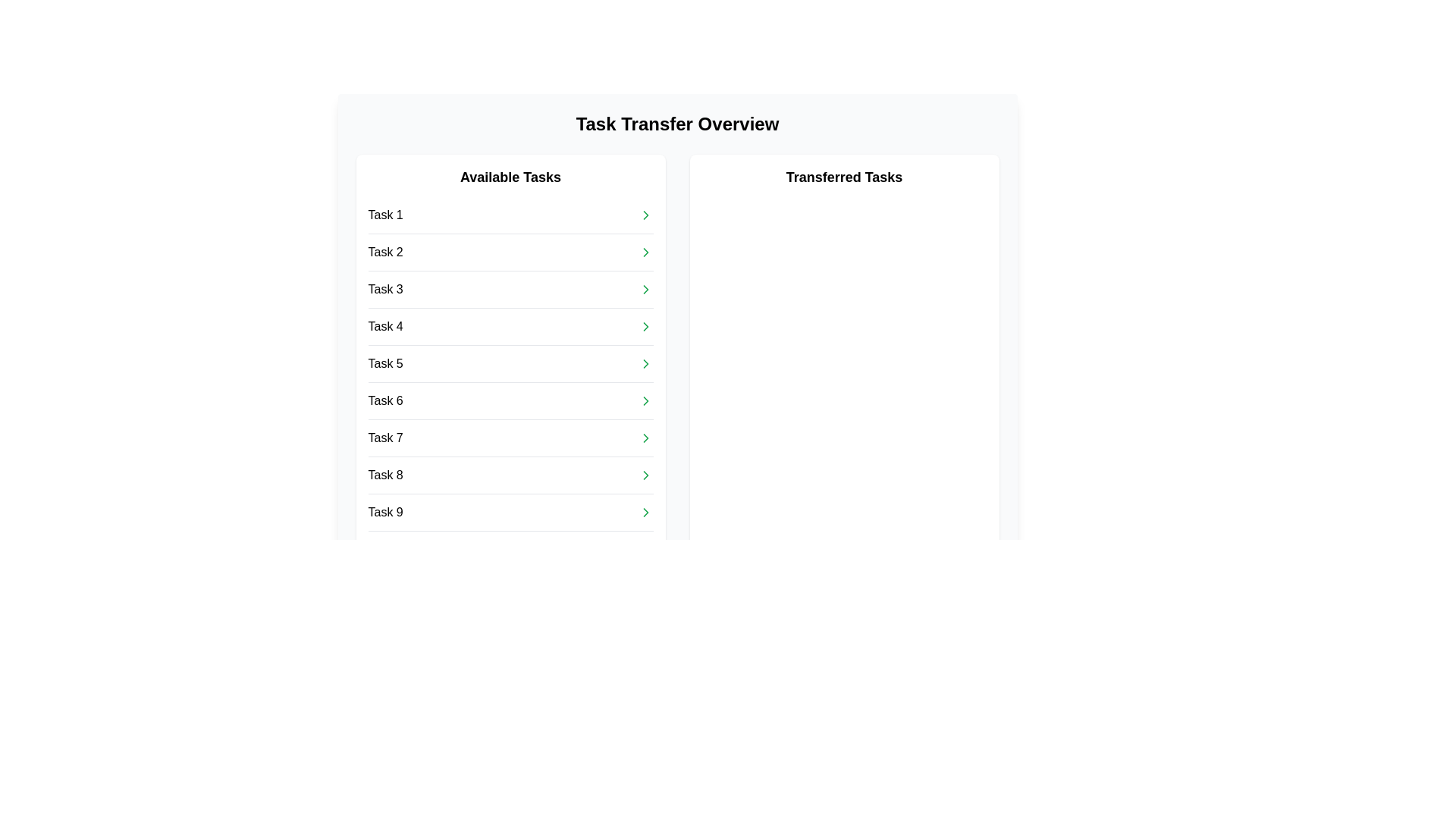  Describe the element at coordinates (510, 252) in the screenshot. I see `the list item labeled 'Task 2'` at that location.